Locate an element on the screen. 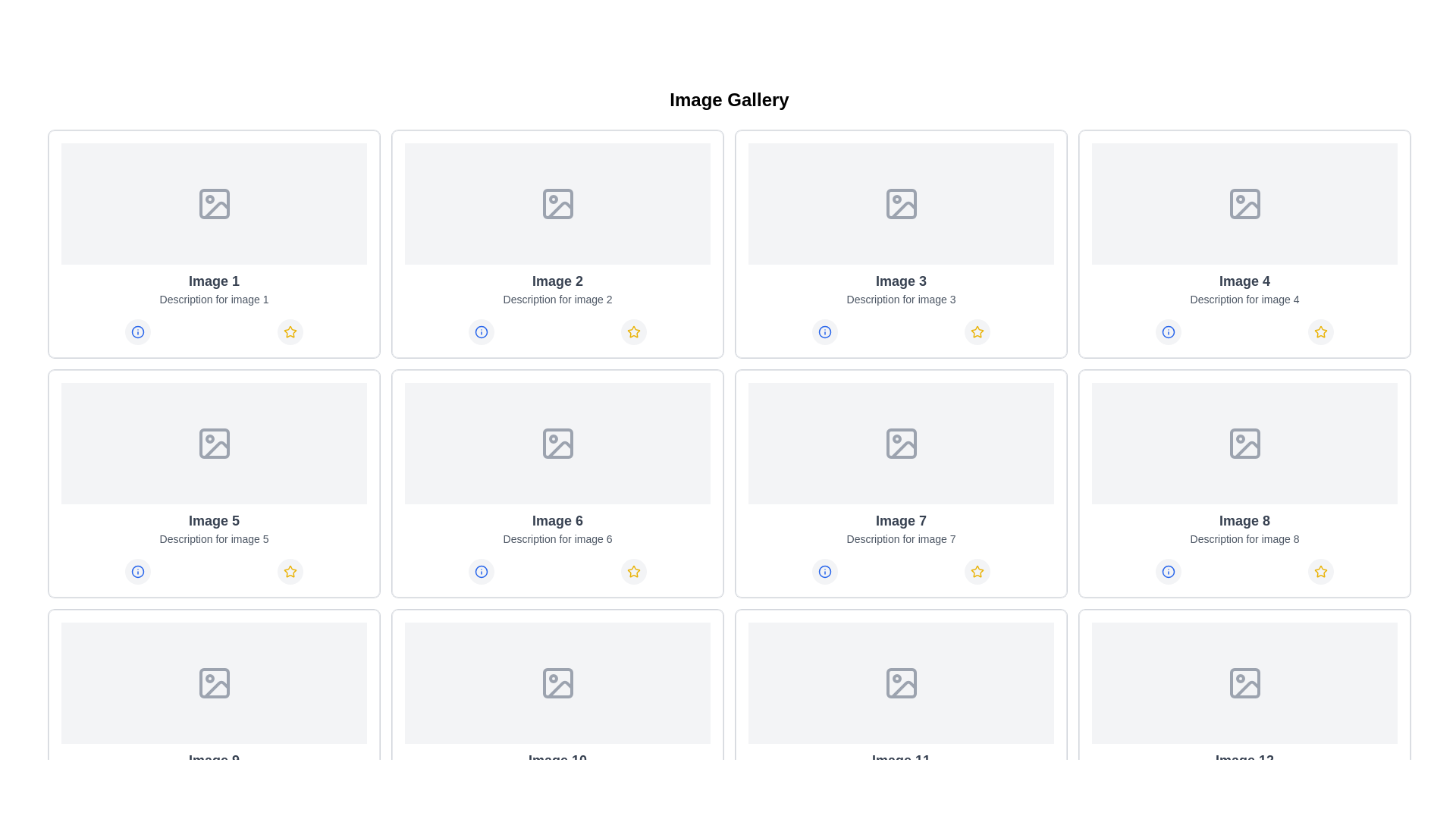 The width and height of the screenshot is (1456, 819). the 'info' button located in the bottom-left corner of the first image card ('Image 1') is located at coordinates (137, 331).